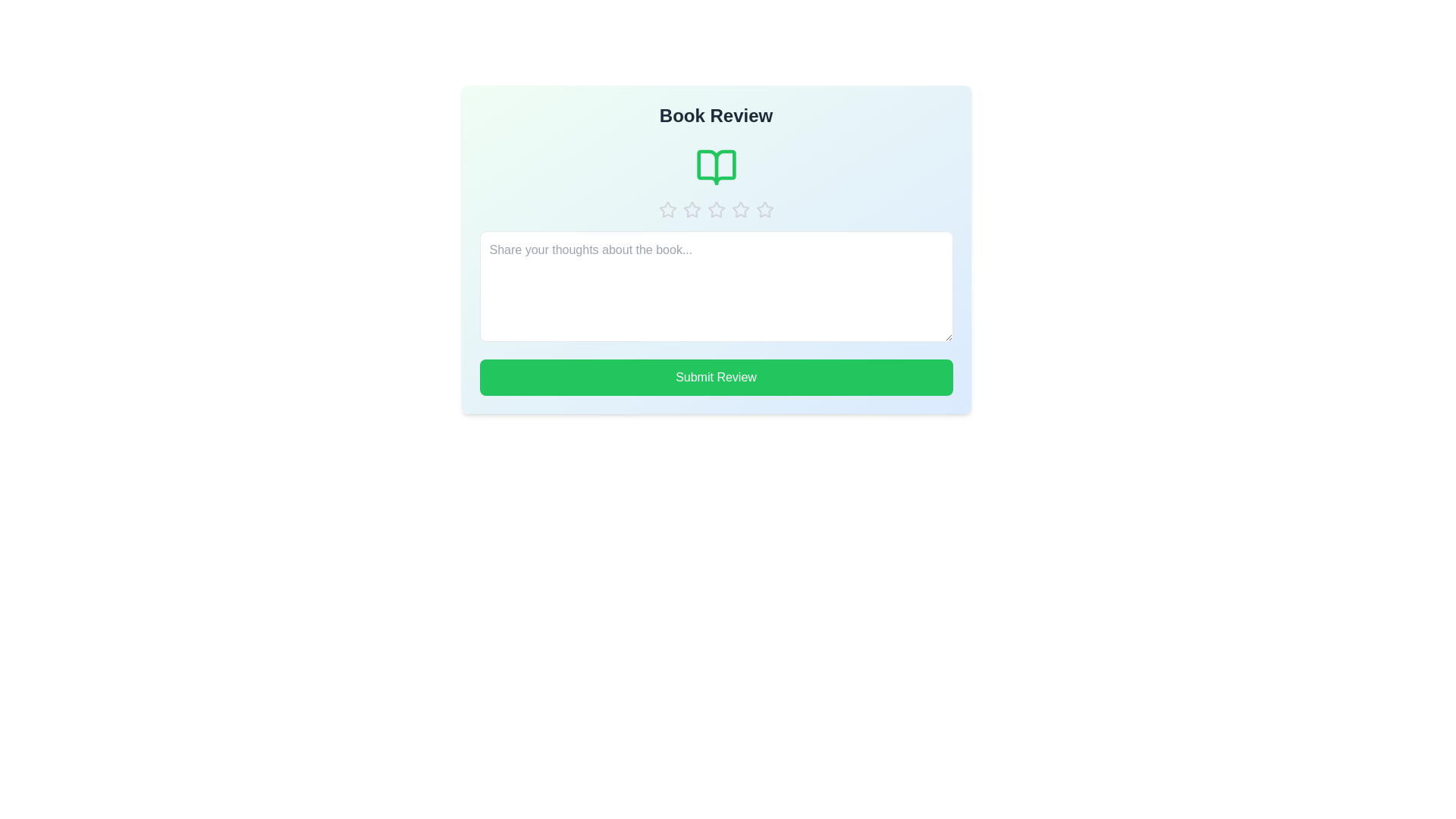  I want to click on the book rating to 4 stars by clicking the corresponding star, so click(740, 210).